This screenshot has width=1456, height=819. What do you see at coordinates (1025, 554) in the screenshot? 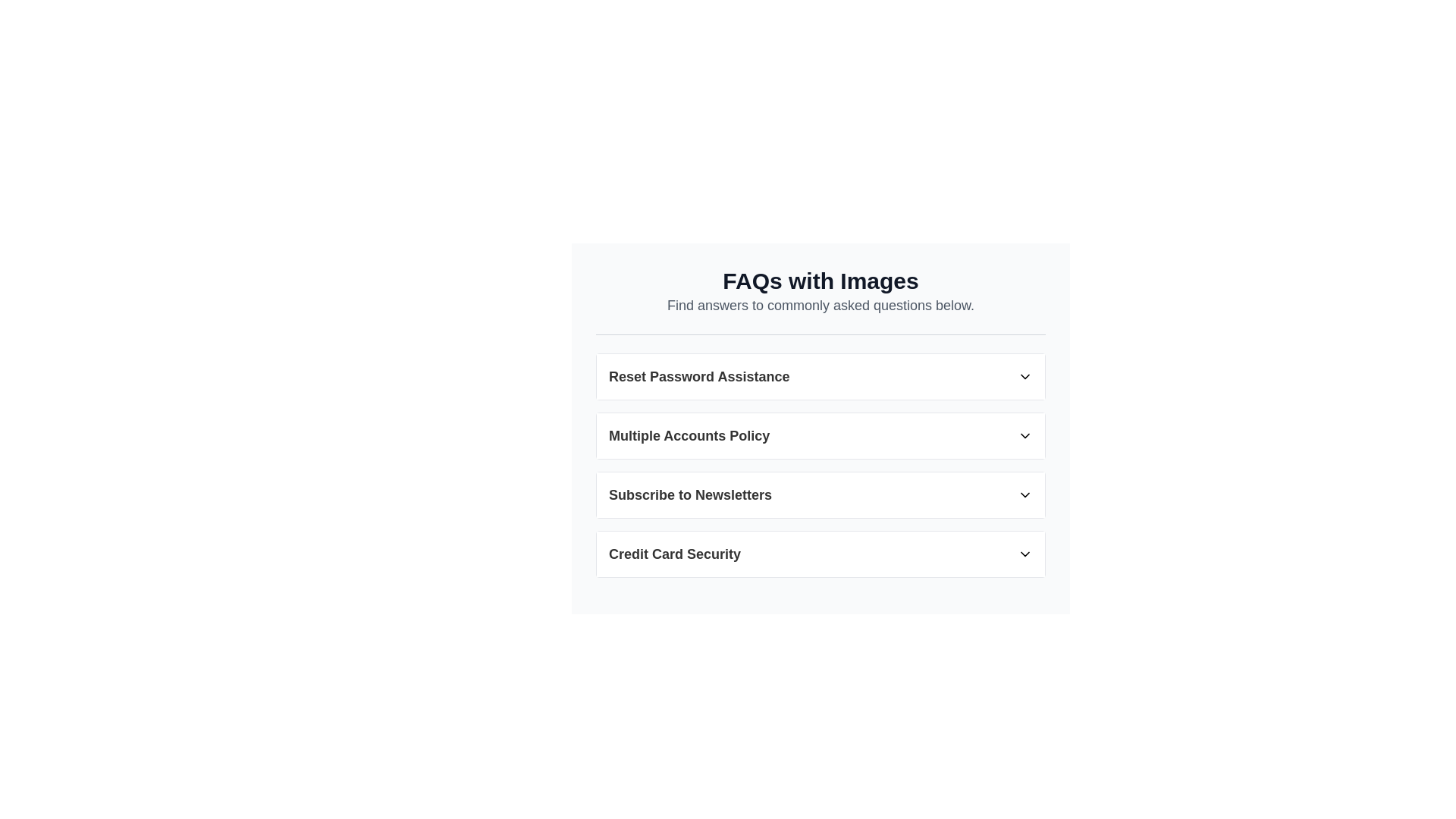
I see `the chevron icon located to the right of the 'Credit Card Security' text in the fourth section of the FAQ list` at bounding box center [1025, 554].